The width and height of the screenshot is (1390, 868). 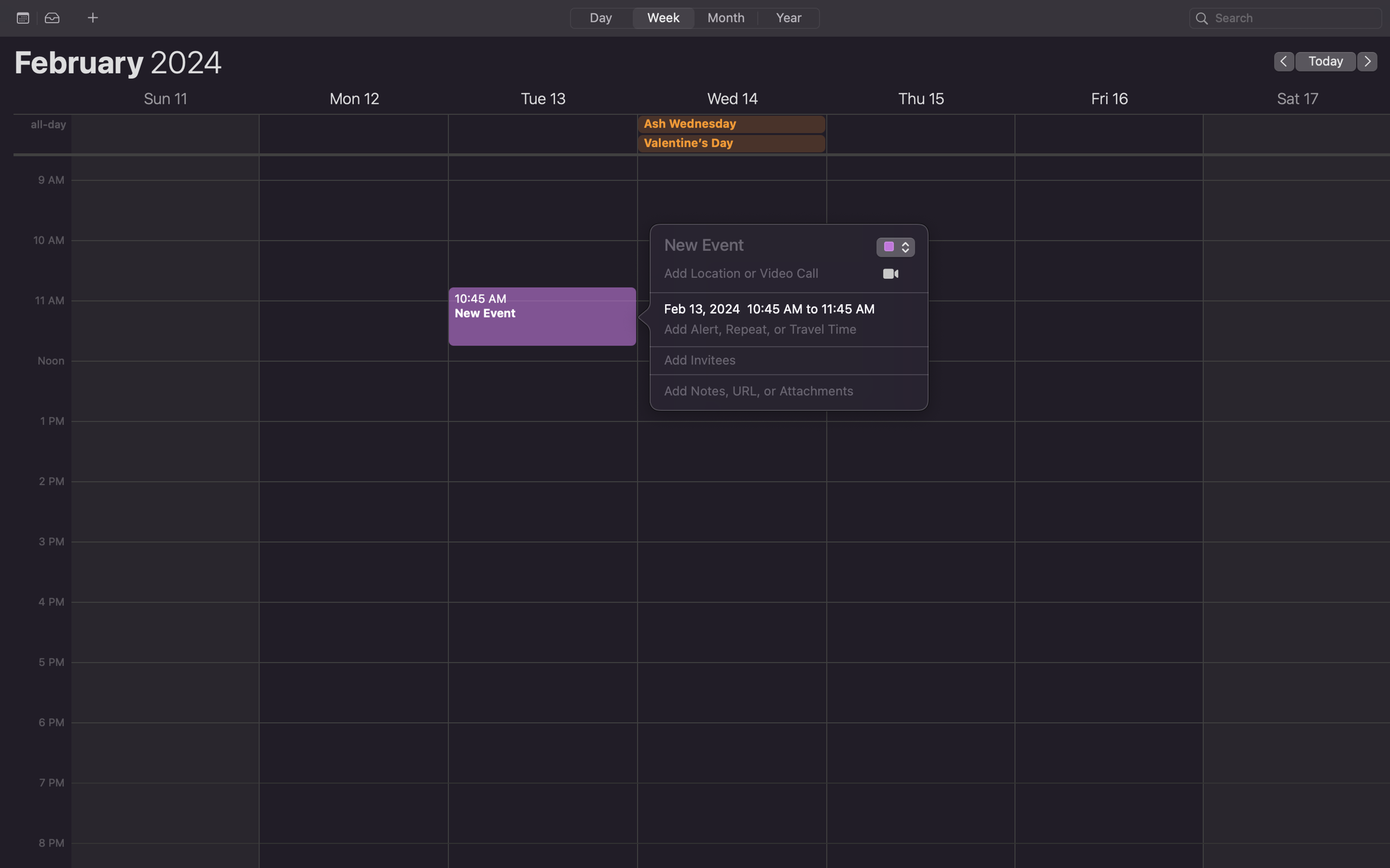 What do you see at coordinates (776, 392) in the screenshot?
I see `Add the notes "Please bring your laptops for the presentation"` at bounding box center [776, 392].